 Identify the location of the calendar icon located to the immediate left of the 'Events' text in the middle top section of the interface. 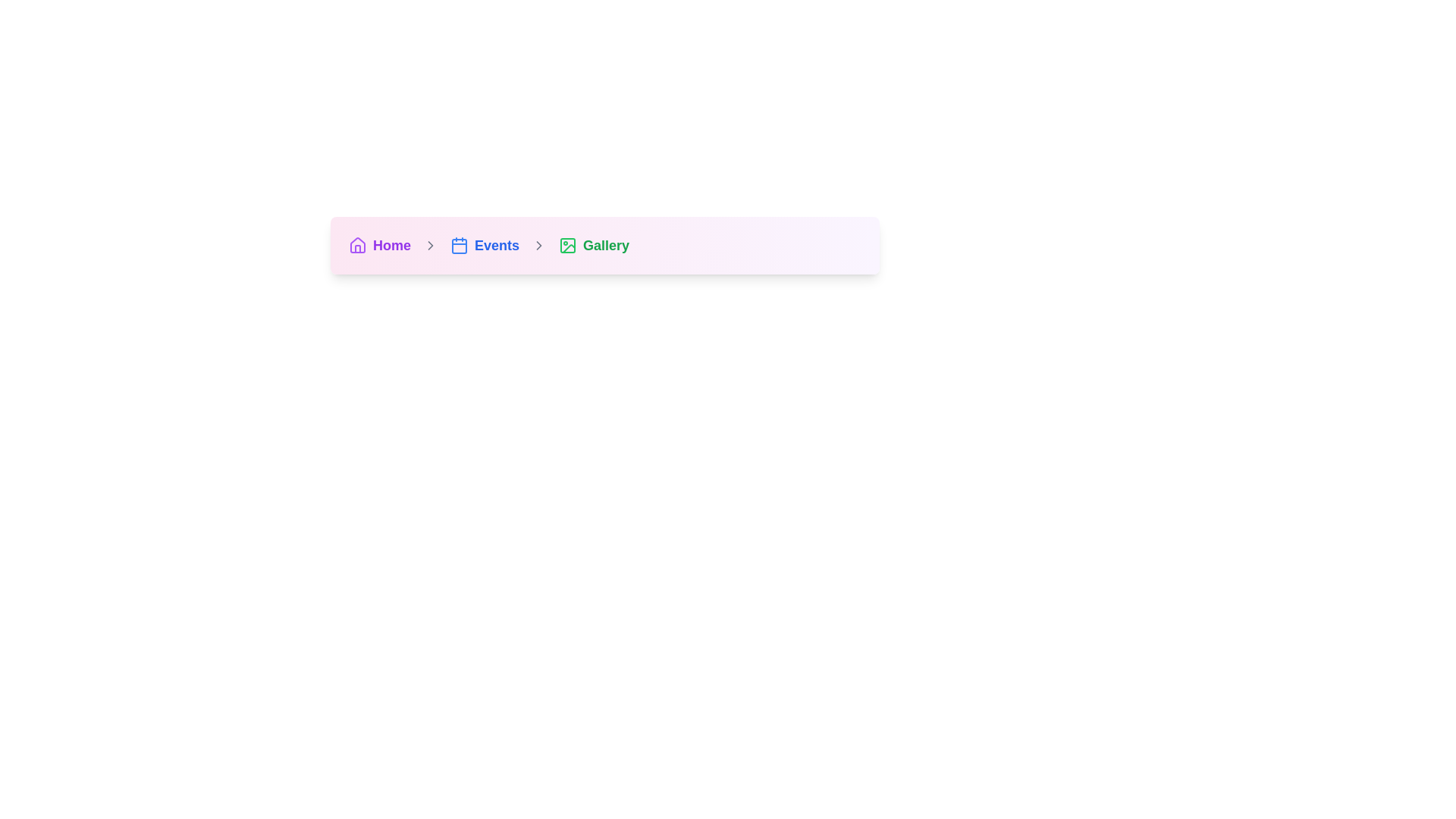
(458, 245).